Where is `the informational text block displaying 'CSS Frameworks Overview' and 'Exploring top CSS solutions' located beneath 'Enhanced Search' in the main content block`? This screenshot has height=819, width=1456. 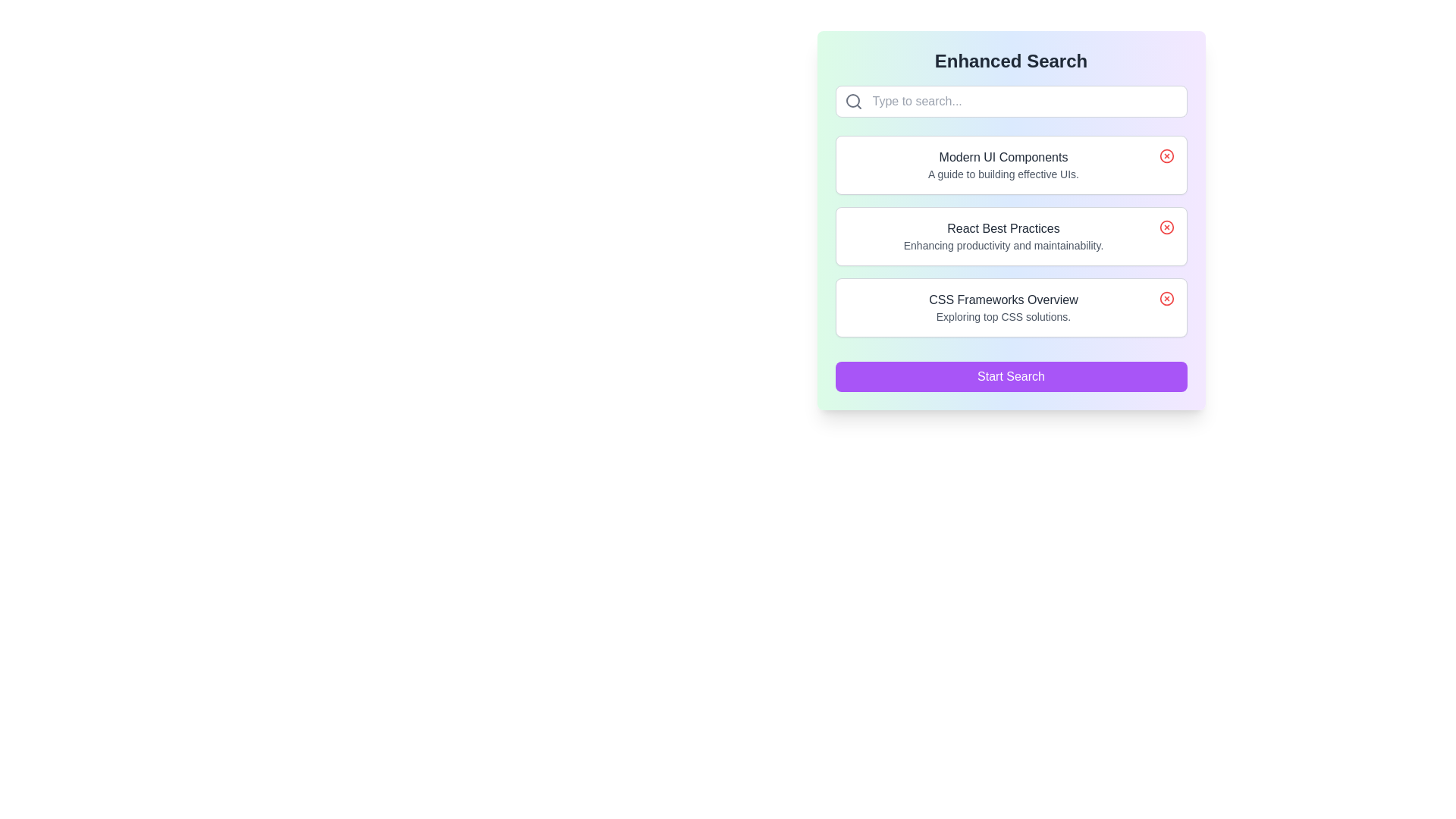
the informational text block displaying 'CSS Frameworks Overview' and 'Exploring top CSS solutions' located beneath 'Enhanced Search' in the main content block is located at coordinates (1003, 307).